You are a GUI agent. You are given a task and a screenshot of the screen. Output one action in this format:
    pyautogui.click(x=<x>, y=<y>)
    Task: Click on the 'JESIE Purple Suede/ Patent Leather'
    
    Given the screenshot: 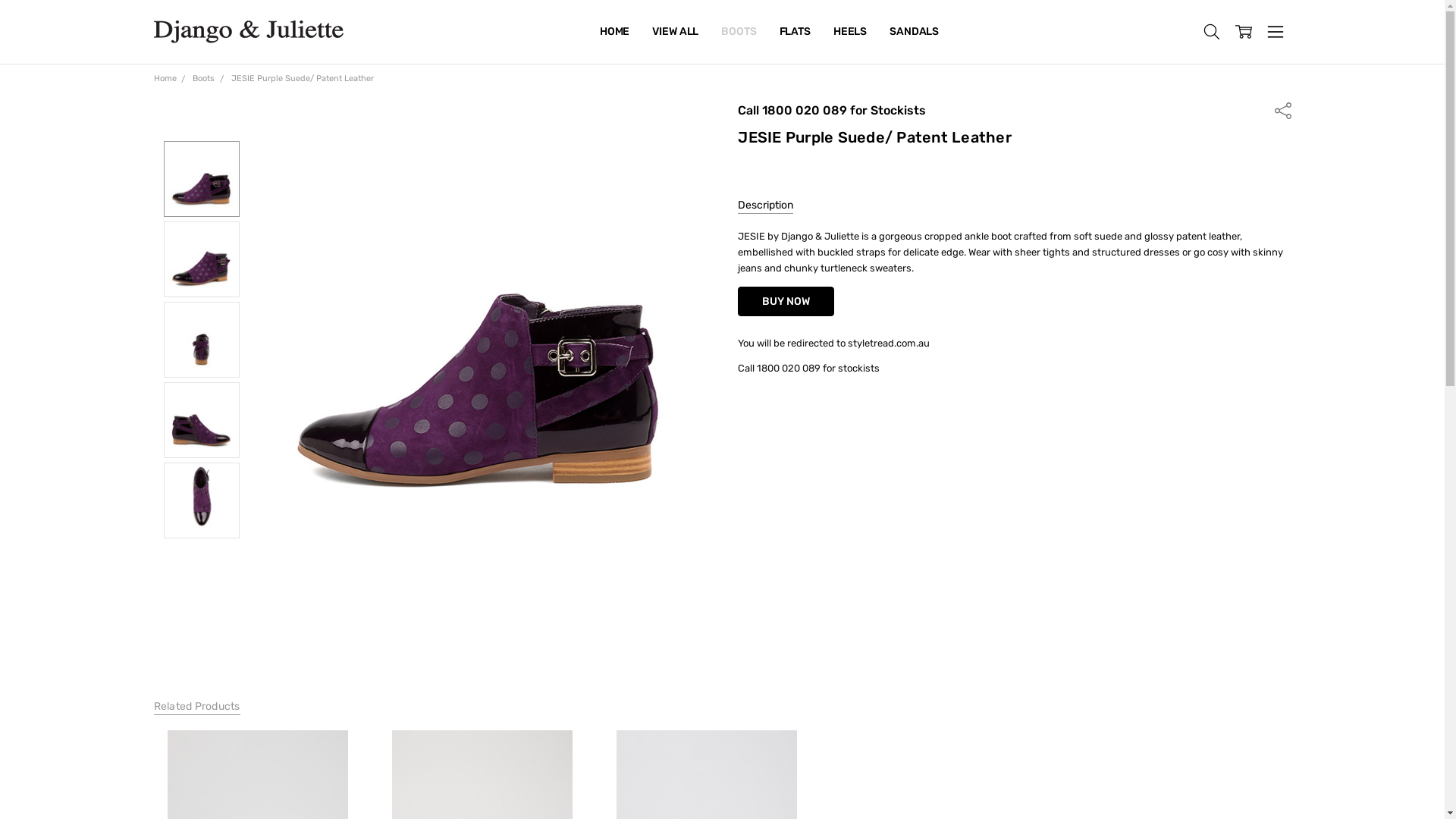 What is the action you would take?
    pyautogui.click(x=200, y=338)
    